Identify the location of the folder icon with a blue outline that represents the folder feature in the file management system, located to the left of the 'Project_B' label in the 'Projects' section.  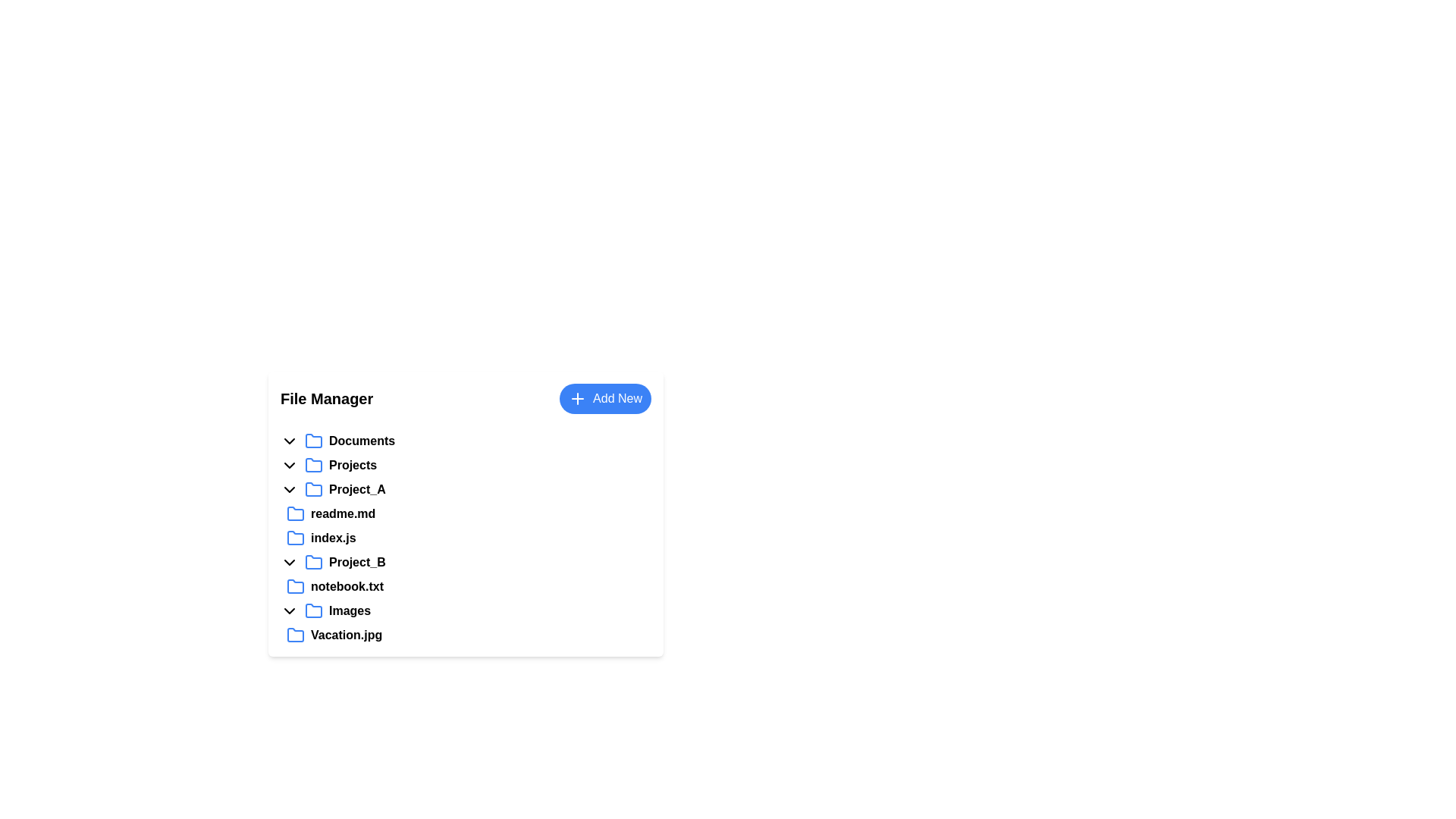
(312, 562).